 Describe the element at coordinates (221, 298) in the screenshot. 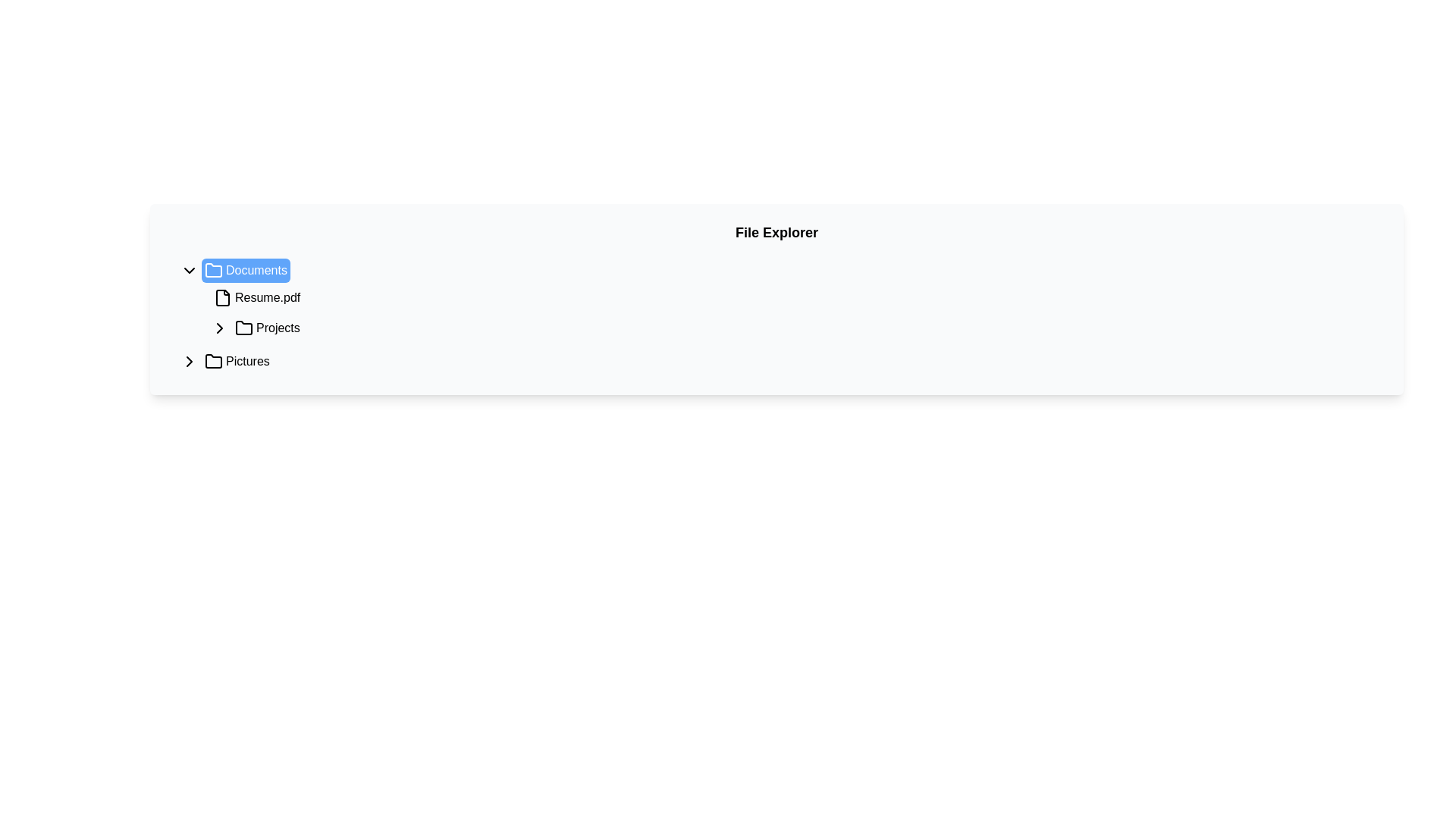

I see `the file icon representing 'Resume.pdf', which is a small black and white document icon with a folded corner` at that location.